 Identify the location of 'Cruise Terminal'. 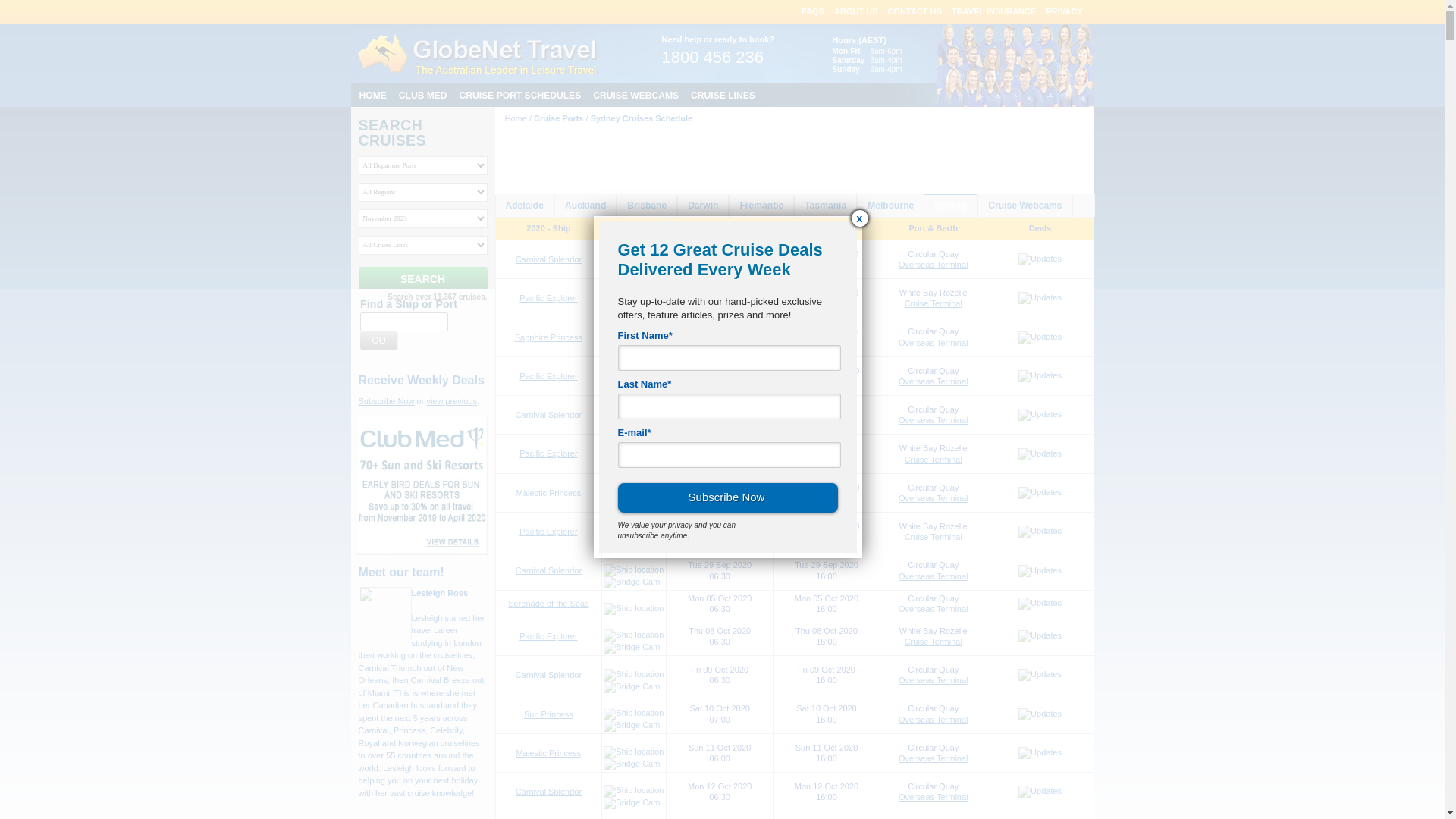
(905, 536).